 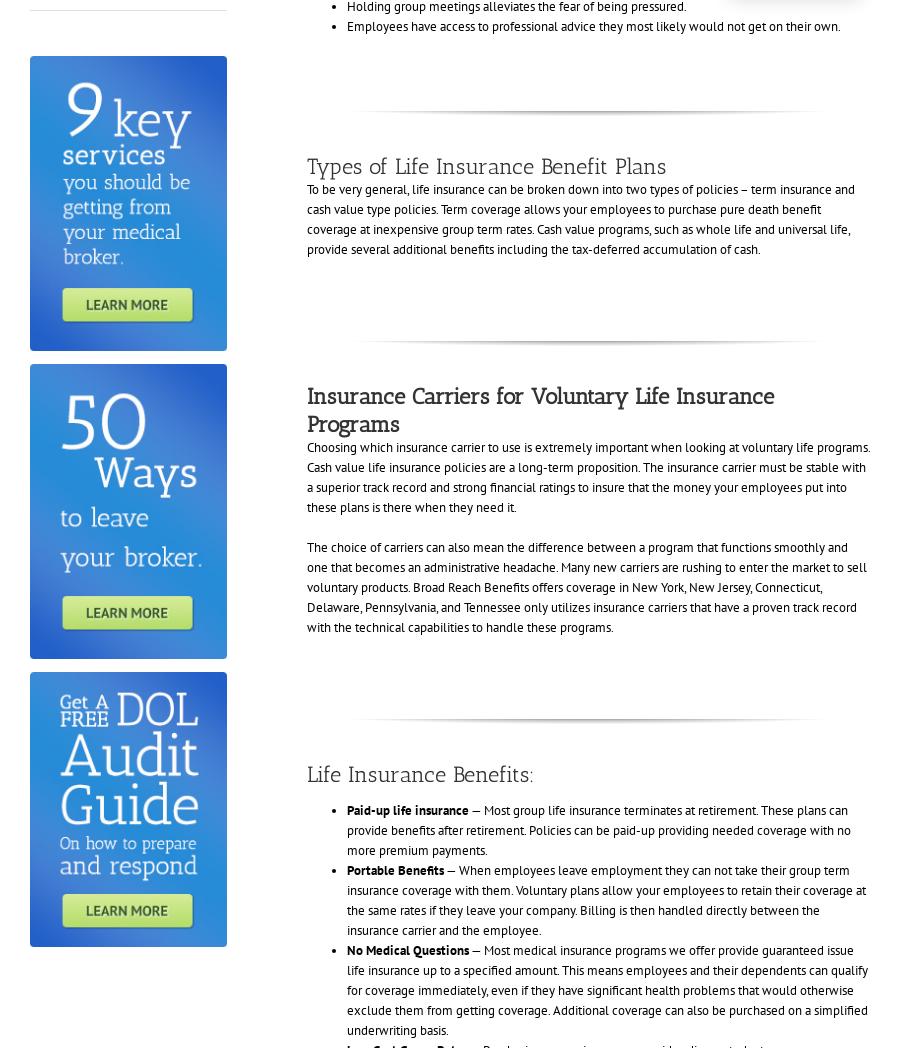 I want to click on '— When employees leave employment they can not take their group term insurance coverage with them. Voluntary plans allow your employees to retain their coverage at the same rates if they leave your company. Billing is then handled directly between the insurance carrier and the employee.', so click(x=605, y=898).